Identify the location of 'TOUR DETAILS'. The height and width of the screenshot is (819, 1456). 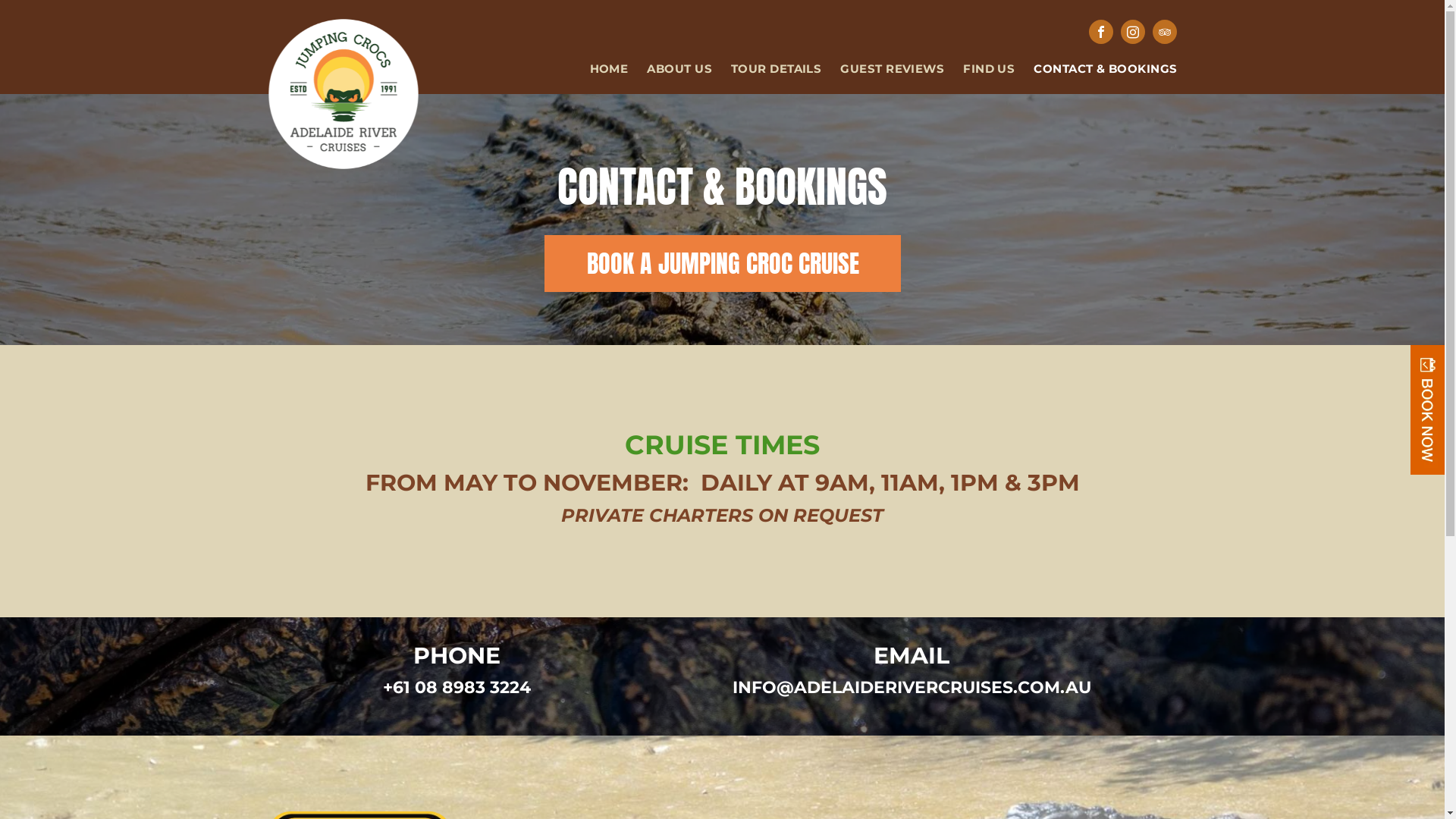
(711, 69).